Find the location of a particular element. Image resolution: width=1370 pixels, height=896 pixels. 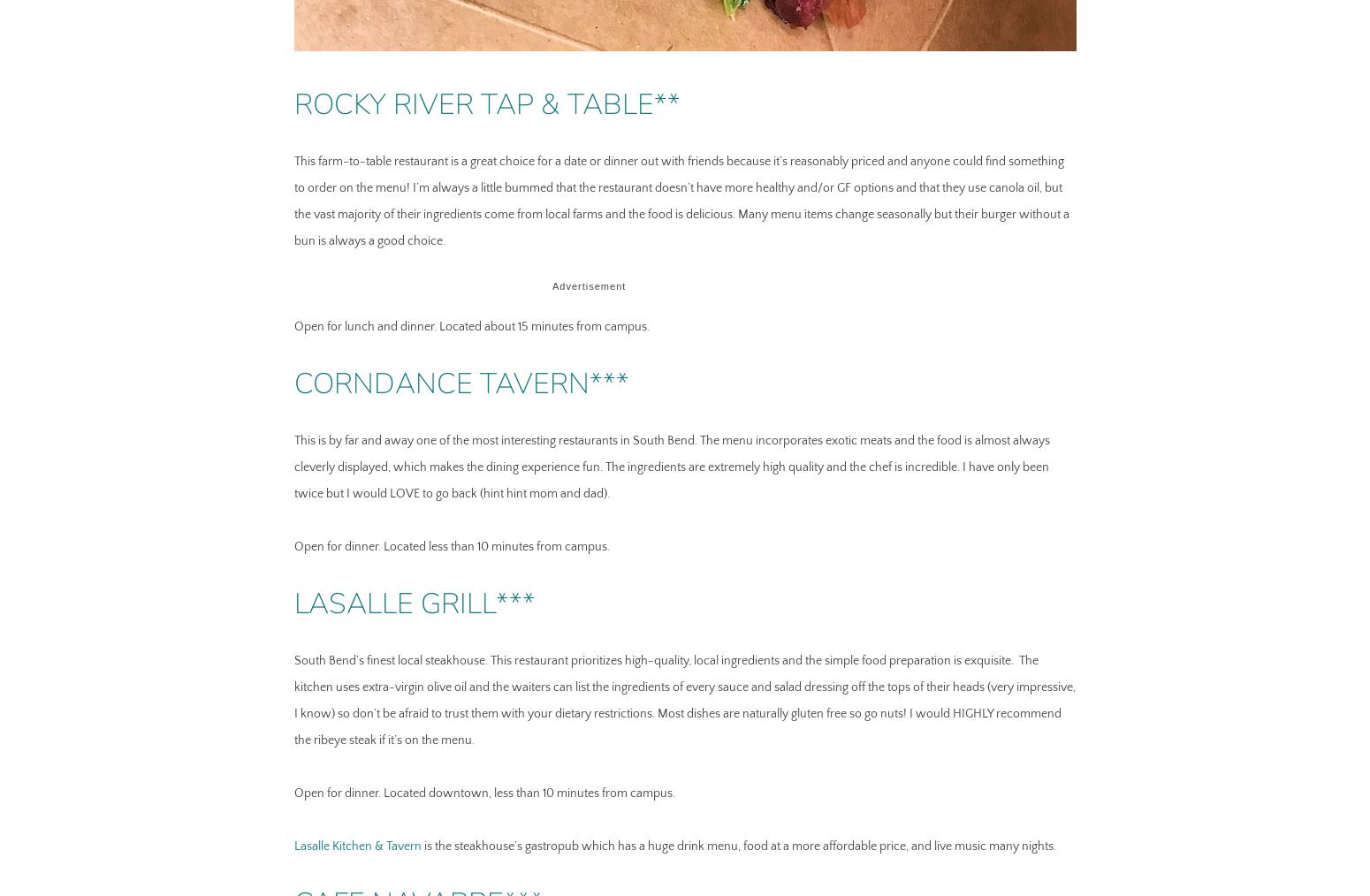

'South Bend’s finest local steakhouse. This restaurant prioritizes high-quality, local ingredients and the simple food preparation is exquisite.  The kitchen uses extra-virgin olive oil and the waiters can list the ingredients of every sauce and salad dressing off the tops of their heads (very impressive, I know) so don’t be afraid to trust them with your dietary restrictions. Most dishes are naturally gluten free so go nuts! I would HIGHLY recommend the ribeye steak if it’s on the menu.' is located at coordinates (684, 700).